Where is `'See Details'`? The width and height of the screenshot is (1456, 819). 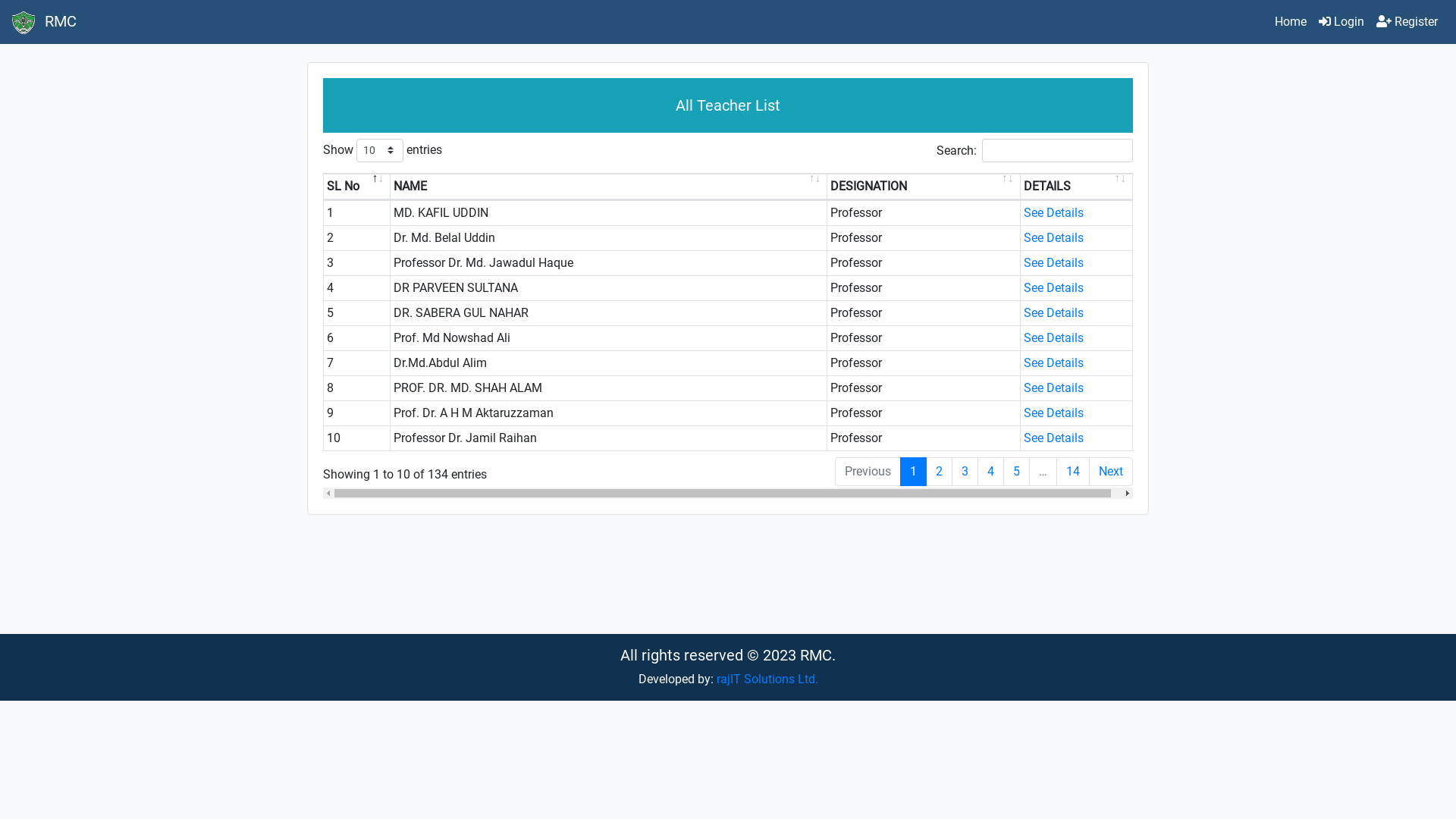 'See Details' is located at coordinates (1023, 337).